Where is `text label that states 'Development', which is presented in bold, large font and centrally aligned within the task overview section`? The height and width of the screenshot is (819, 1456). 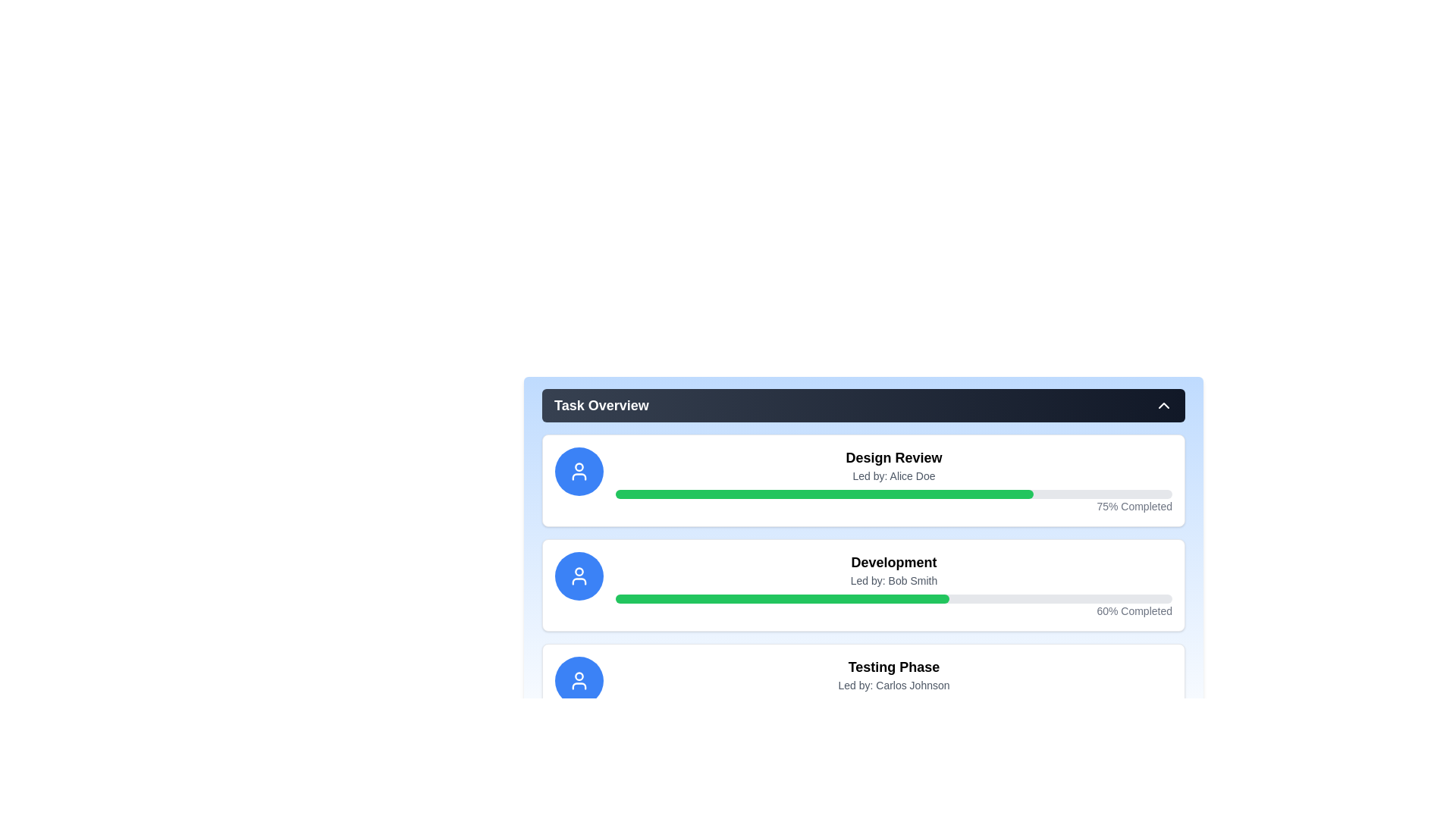
text label that states 'Development', which is presented in bold, large font and centrally aligned within the task overview section is located at coordinates (894, 562).